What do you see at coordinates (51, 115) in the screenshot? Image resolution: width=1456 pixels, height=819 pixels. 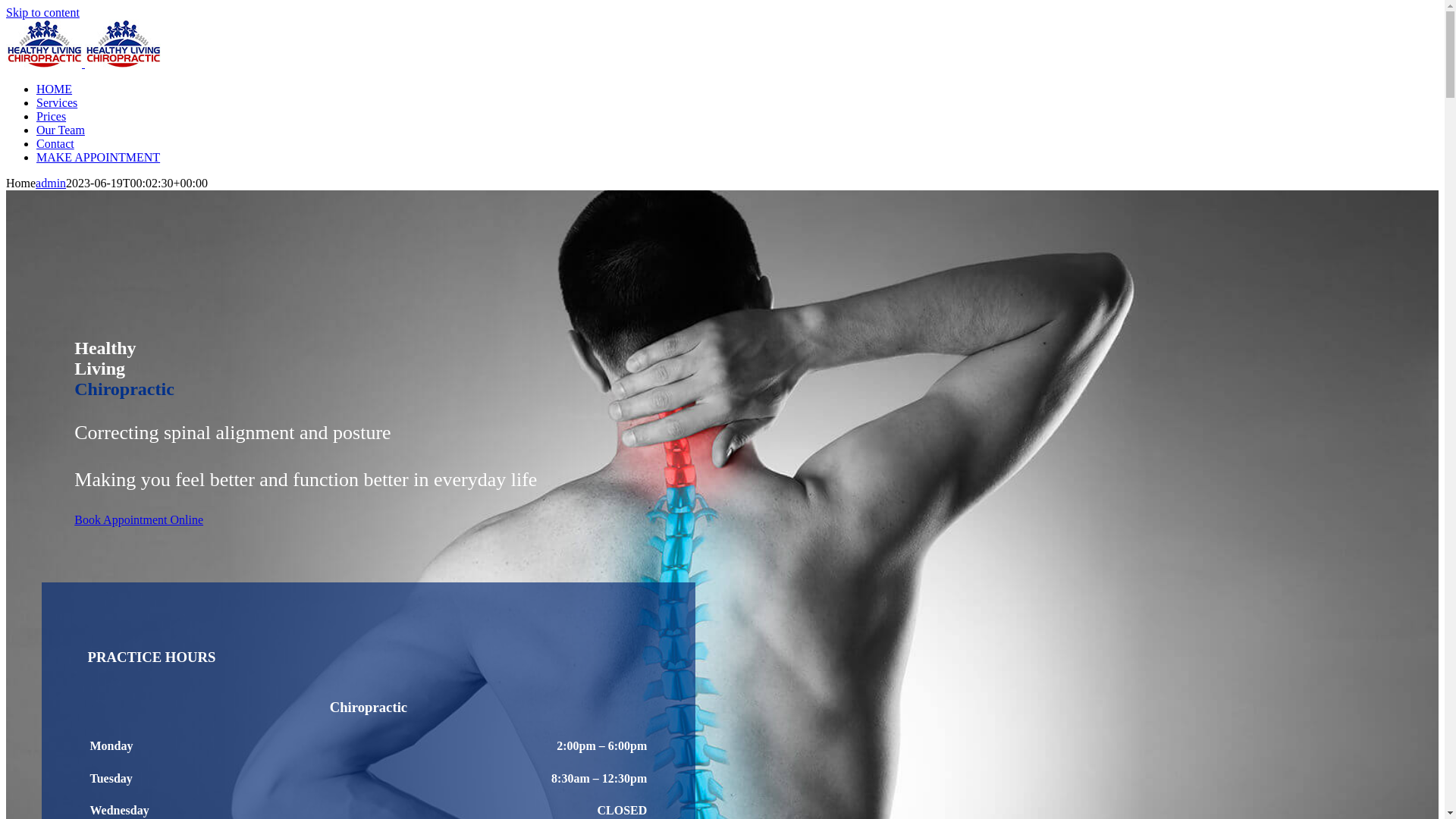 I see `'Prices'` at bounding box center [51, 115].